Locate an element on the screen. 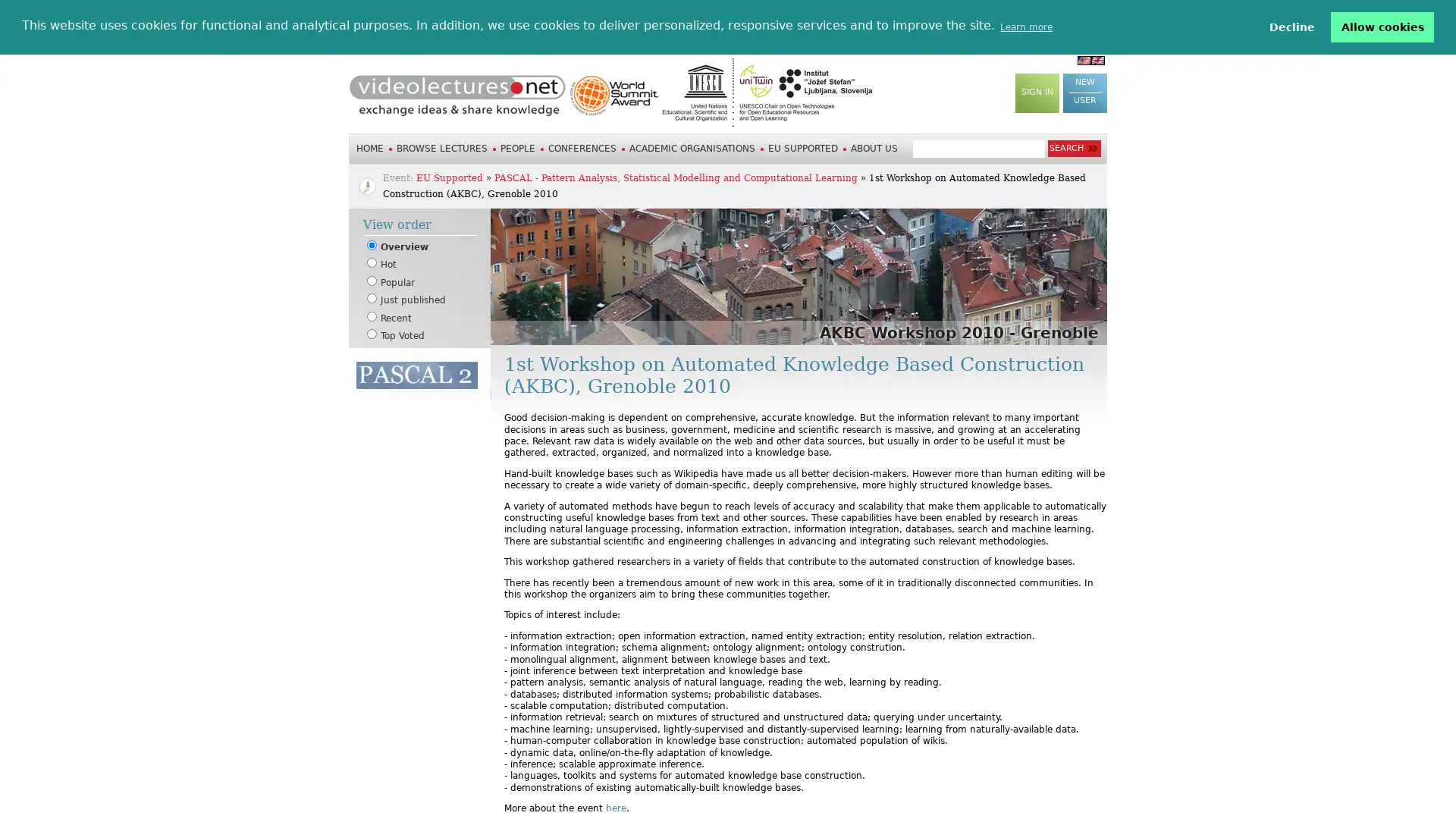  SHOW CHAT is located at coordinates (390, 469).